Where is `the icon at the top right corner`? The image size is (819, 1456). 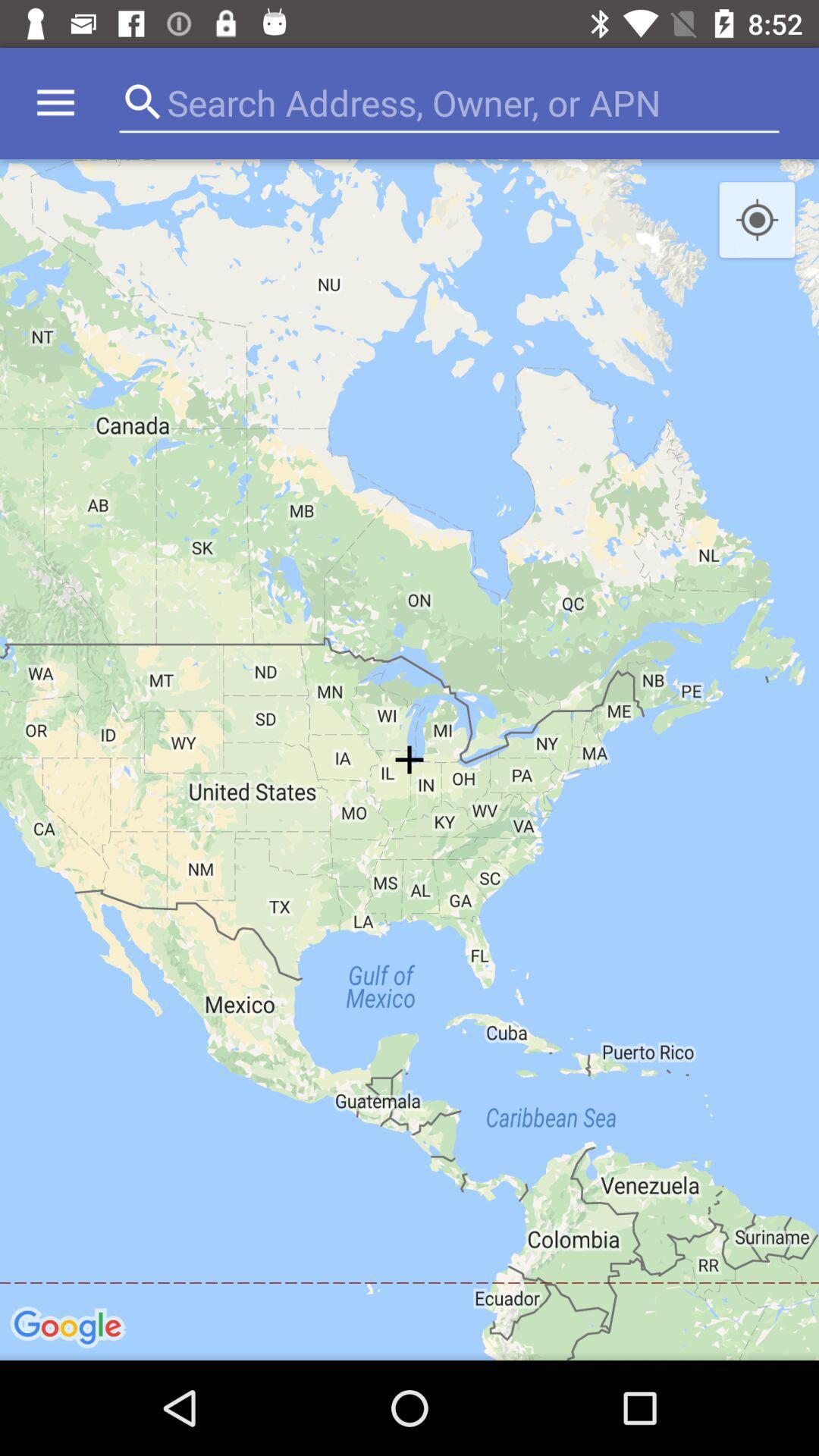 the icon at the top right corner is located at coordinates (757, 220).